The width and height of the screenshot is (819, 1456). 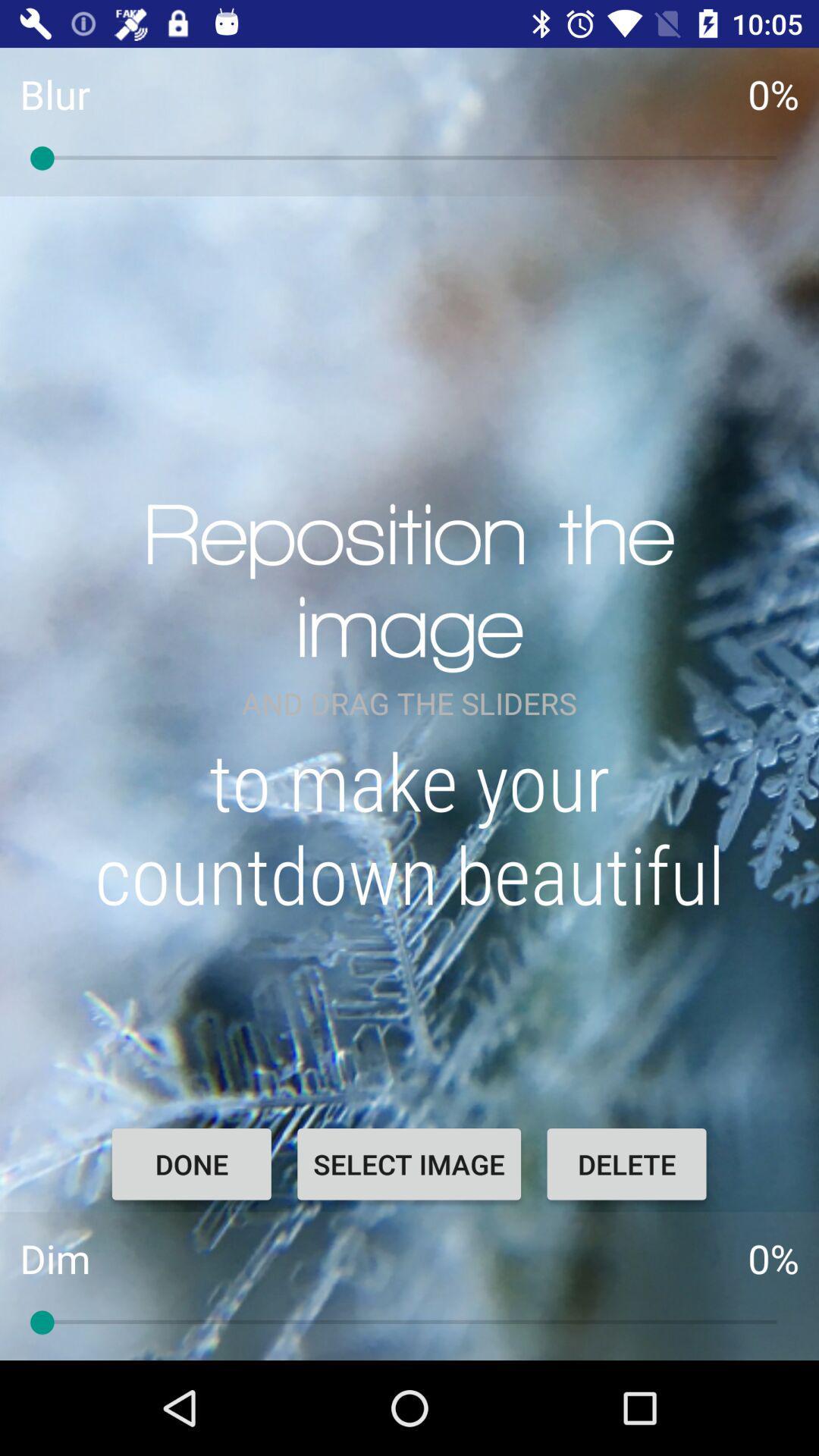 What do you see at coordinates (626, 1163) in the screenshot?
I see `the item below to make your icon` at bounding box center [626, 1163].